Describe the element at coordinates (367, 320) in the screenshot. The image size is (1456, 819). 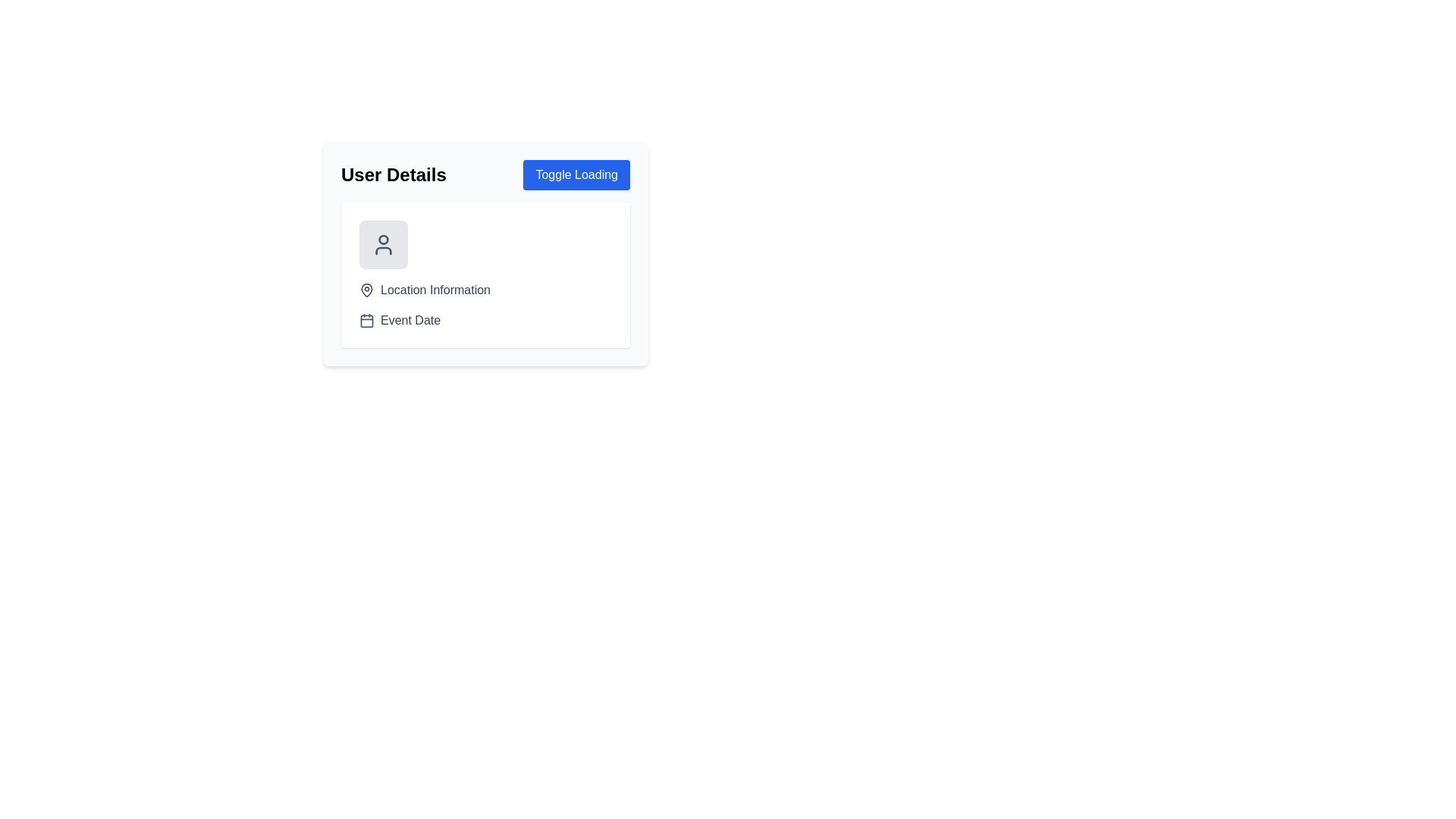
I see `the calendar icon located in the 'Event Date' section, which is inside the 'User Details' card, positioned second below the 'Location Information'` at that location.